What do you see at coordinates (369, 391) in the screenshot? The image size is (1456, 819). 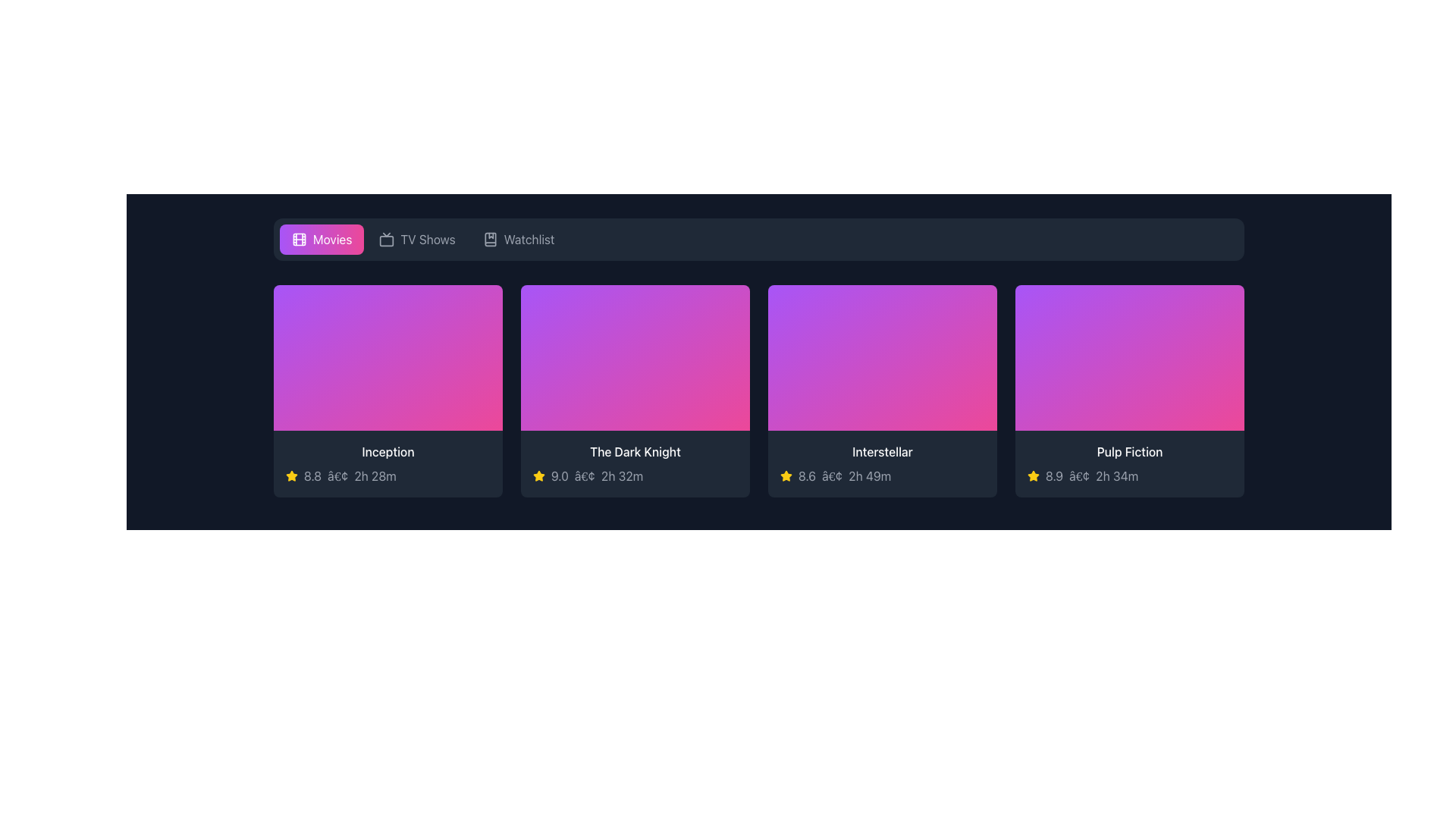 I see `triangular 'play' icon located in the upper central region of the 'Inception' movie tile card, above the title and rating details` at bounding box center [369, 391].